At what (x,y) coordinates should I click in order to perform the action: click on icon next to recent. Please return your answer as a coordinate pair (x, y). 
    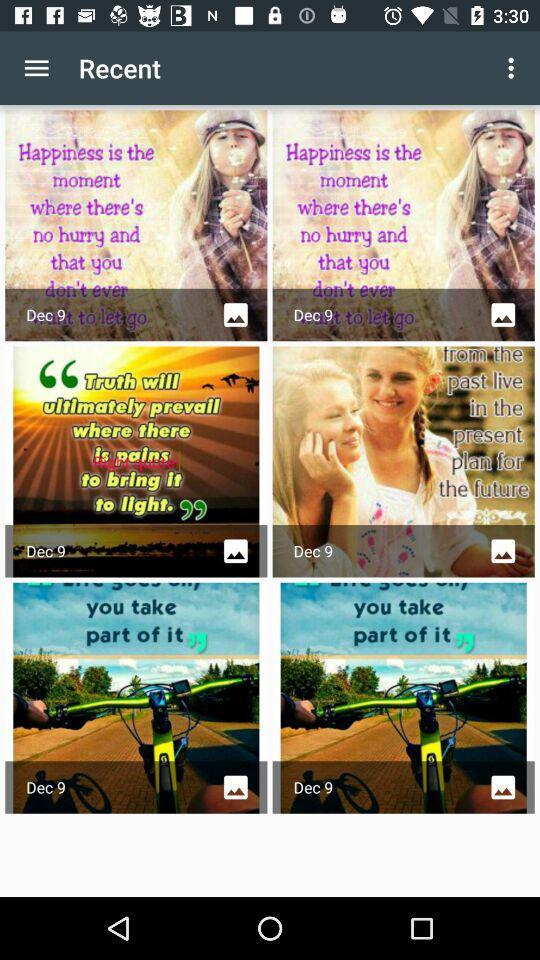
    Looking at the image, I should click on (513, 68).